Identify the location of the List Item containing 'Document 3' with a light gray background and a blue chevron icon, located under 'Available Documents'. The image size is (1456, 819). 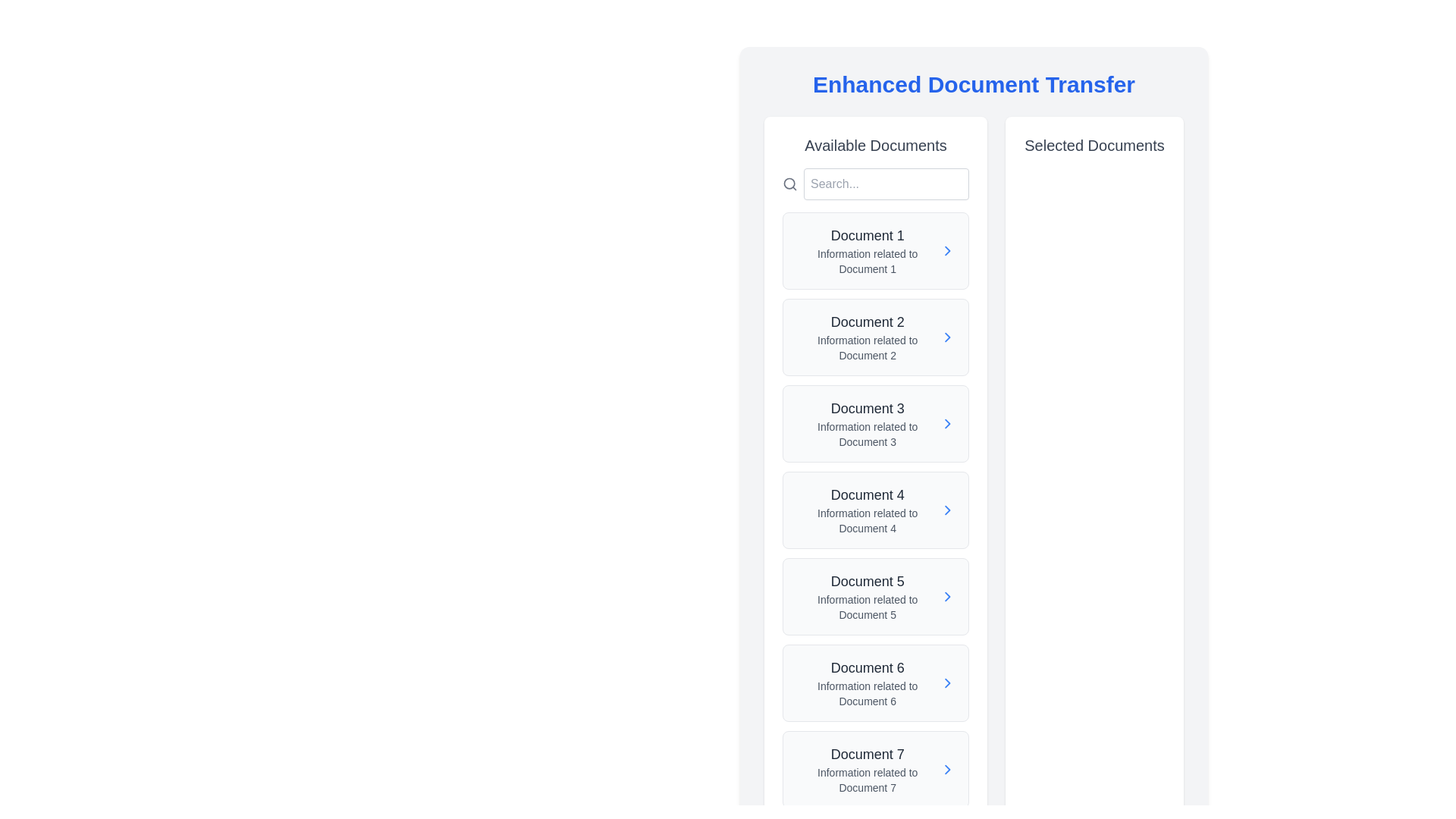
(876, 424).